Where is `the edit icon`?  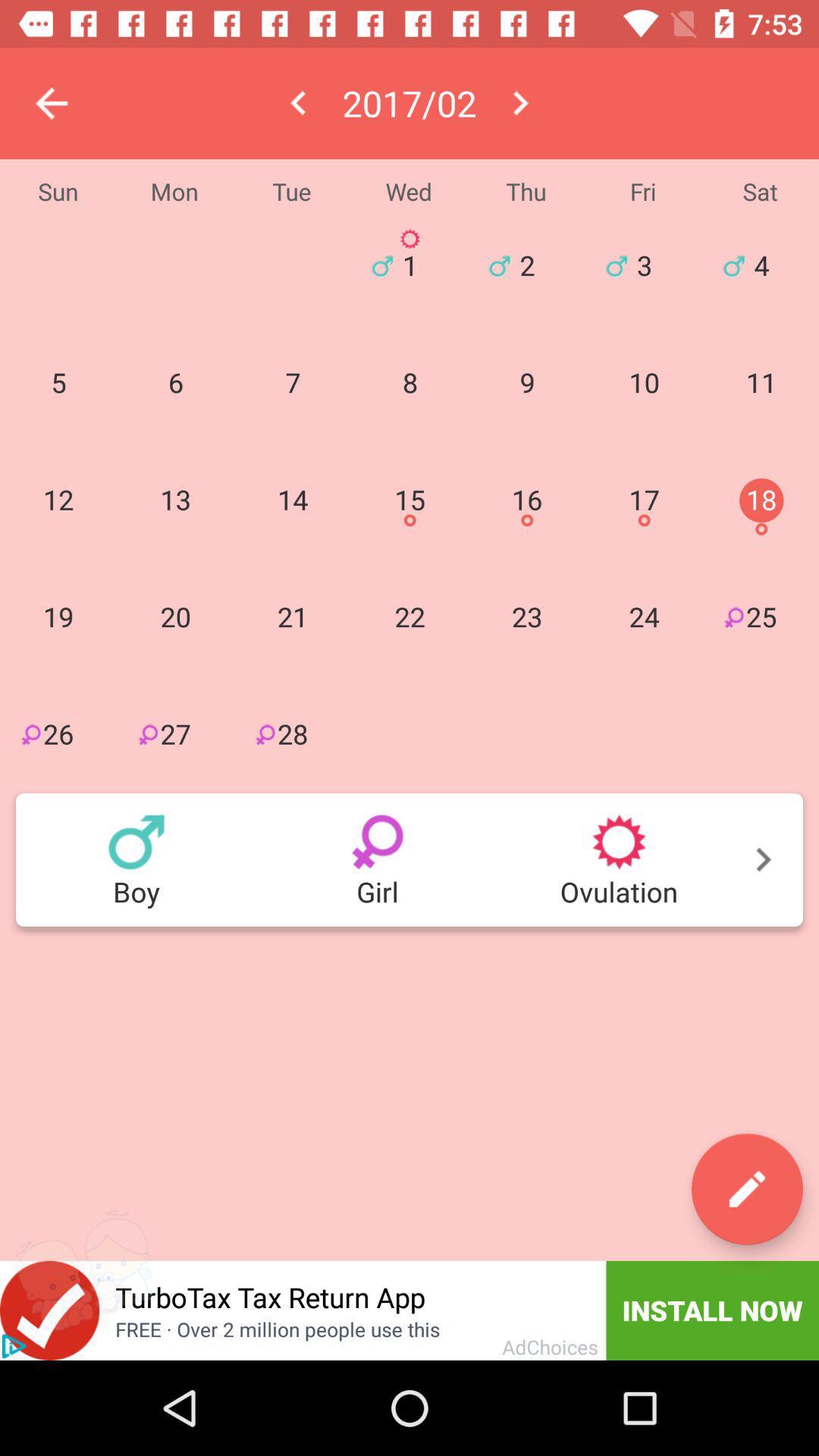
the edit icon is located at coordinates (746, 1188).